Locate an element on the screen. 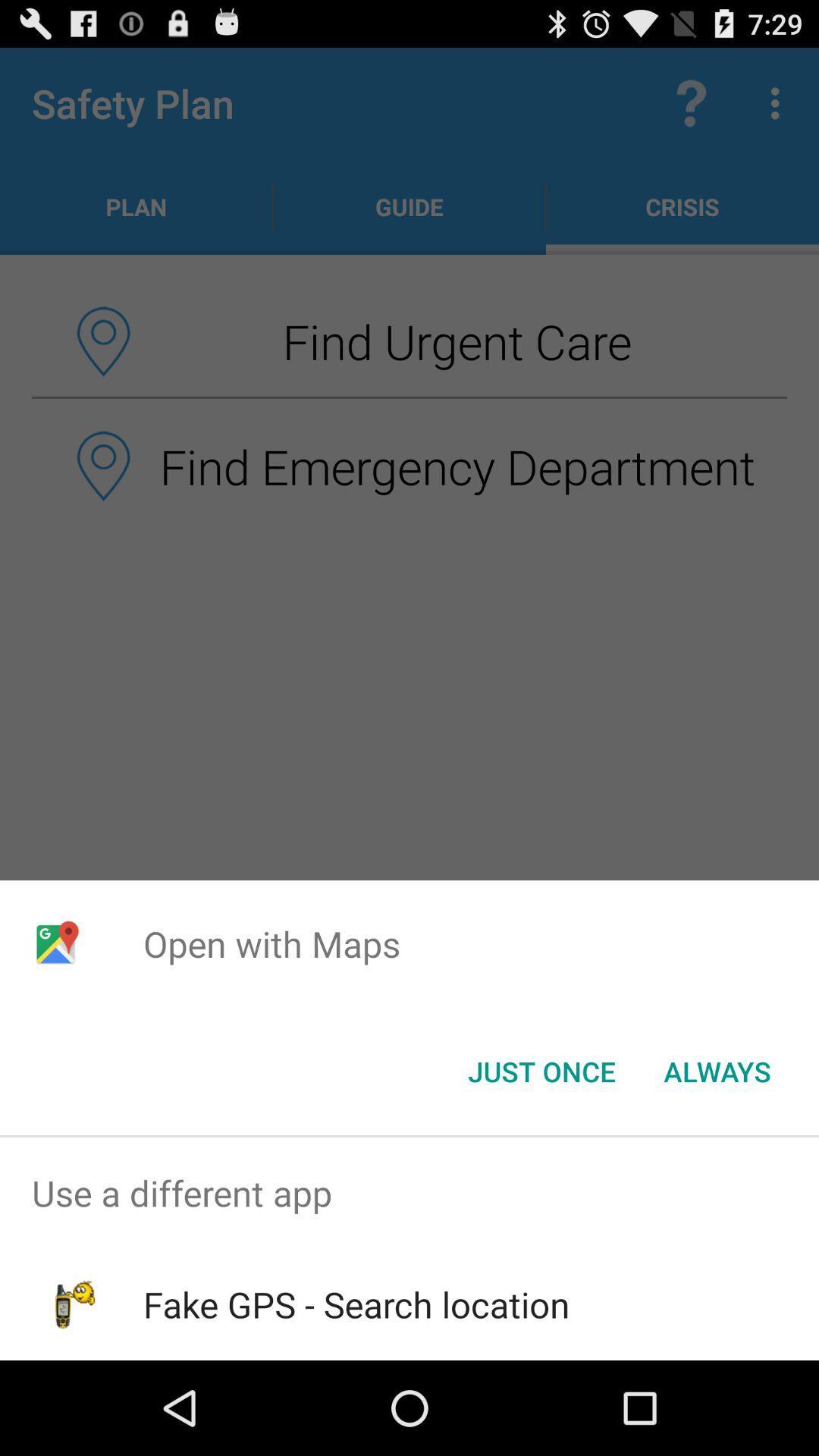  the just once icon is located at coordinates (541, 1070).